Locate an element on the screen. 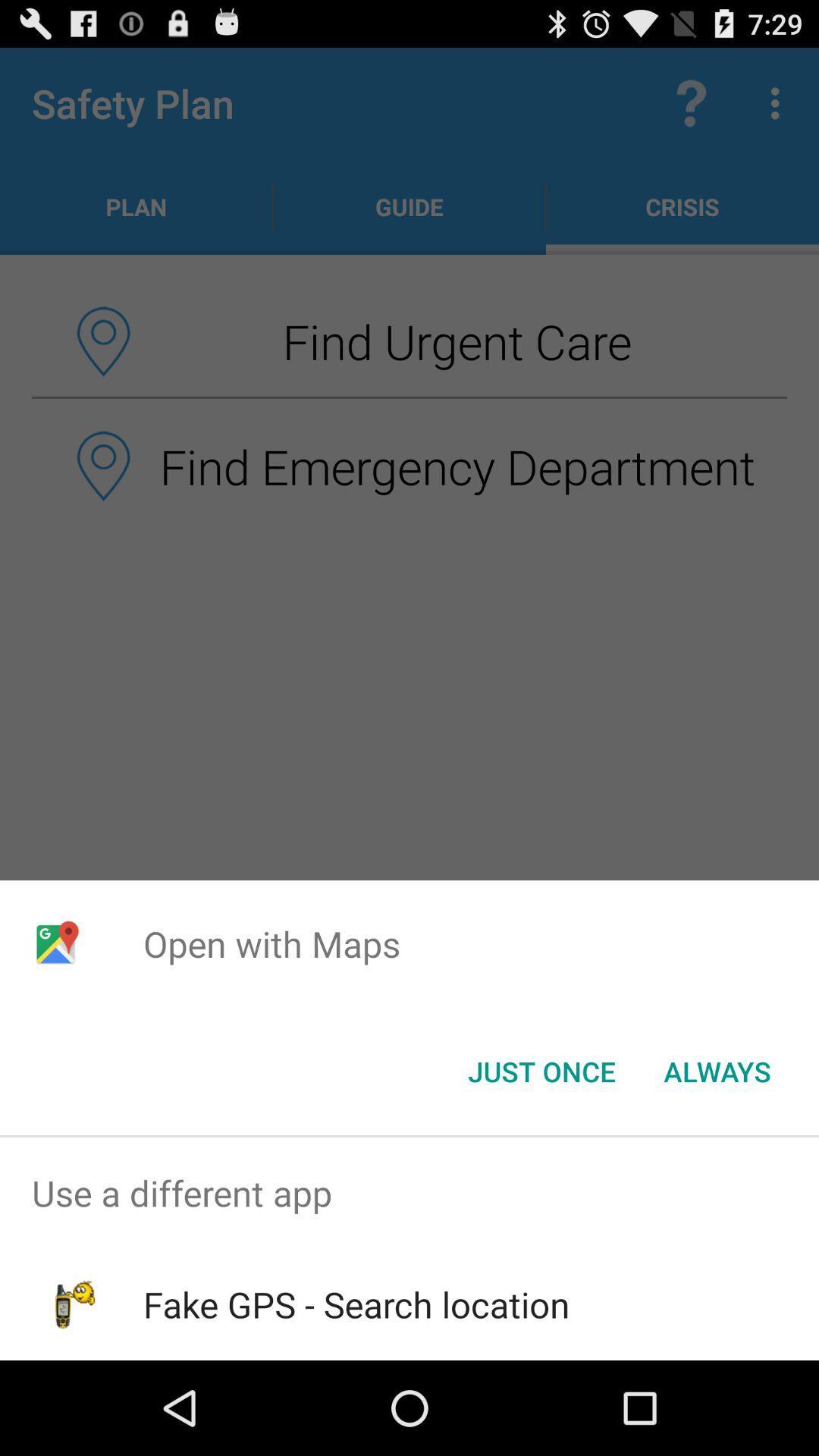  the just once icon is located at coordinates (541, 1070).